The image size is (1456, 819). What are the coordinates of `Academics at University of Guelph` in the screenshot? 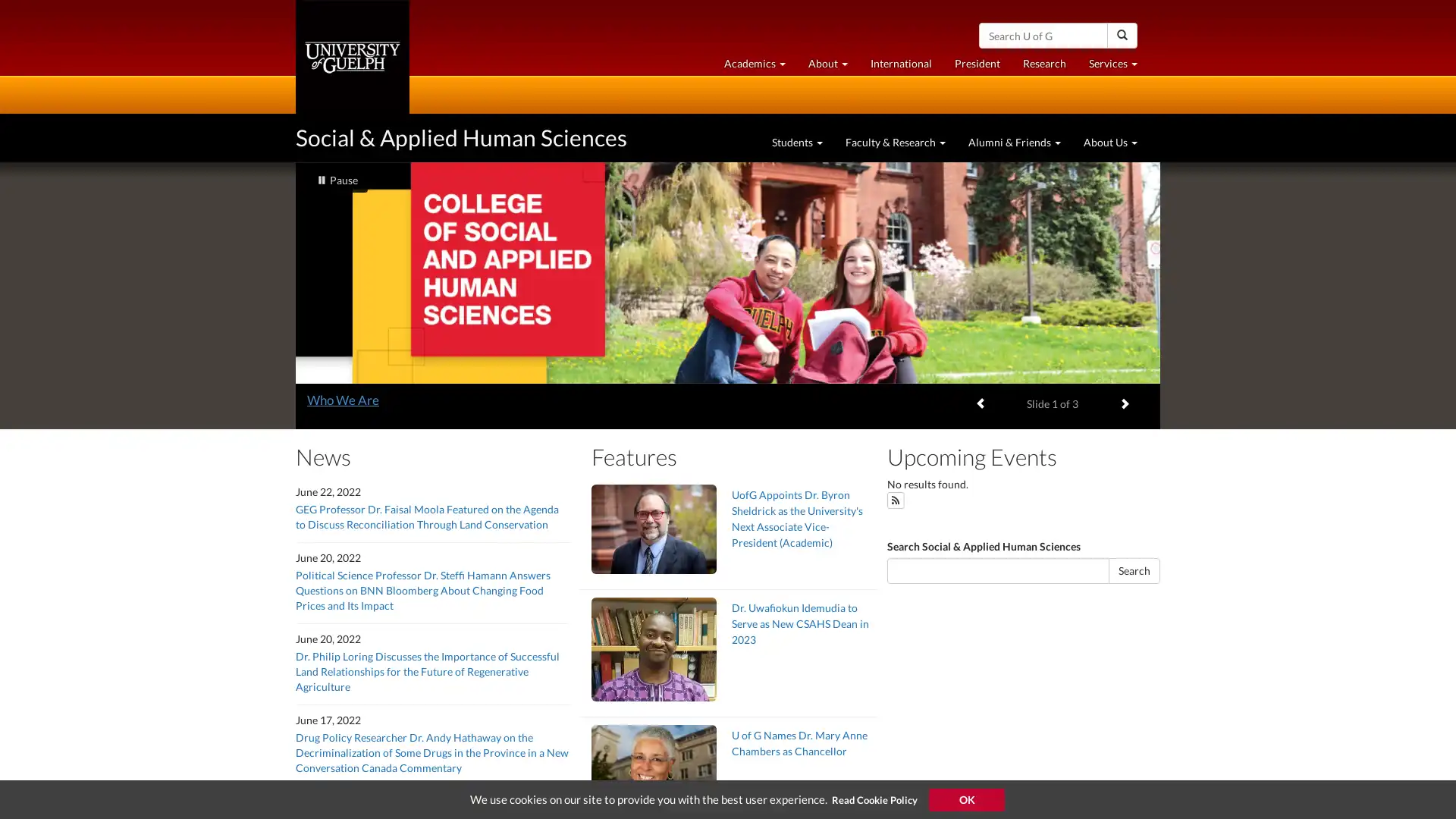 It's located at (755, 63).